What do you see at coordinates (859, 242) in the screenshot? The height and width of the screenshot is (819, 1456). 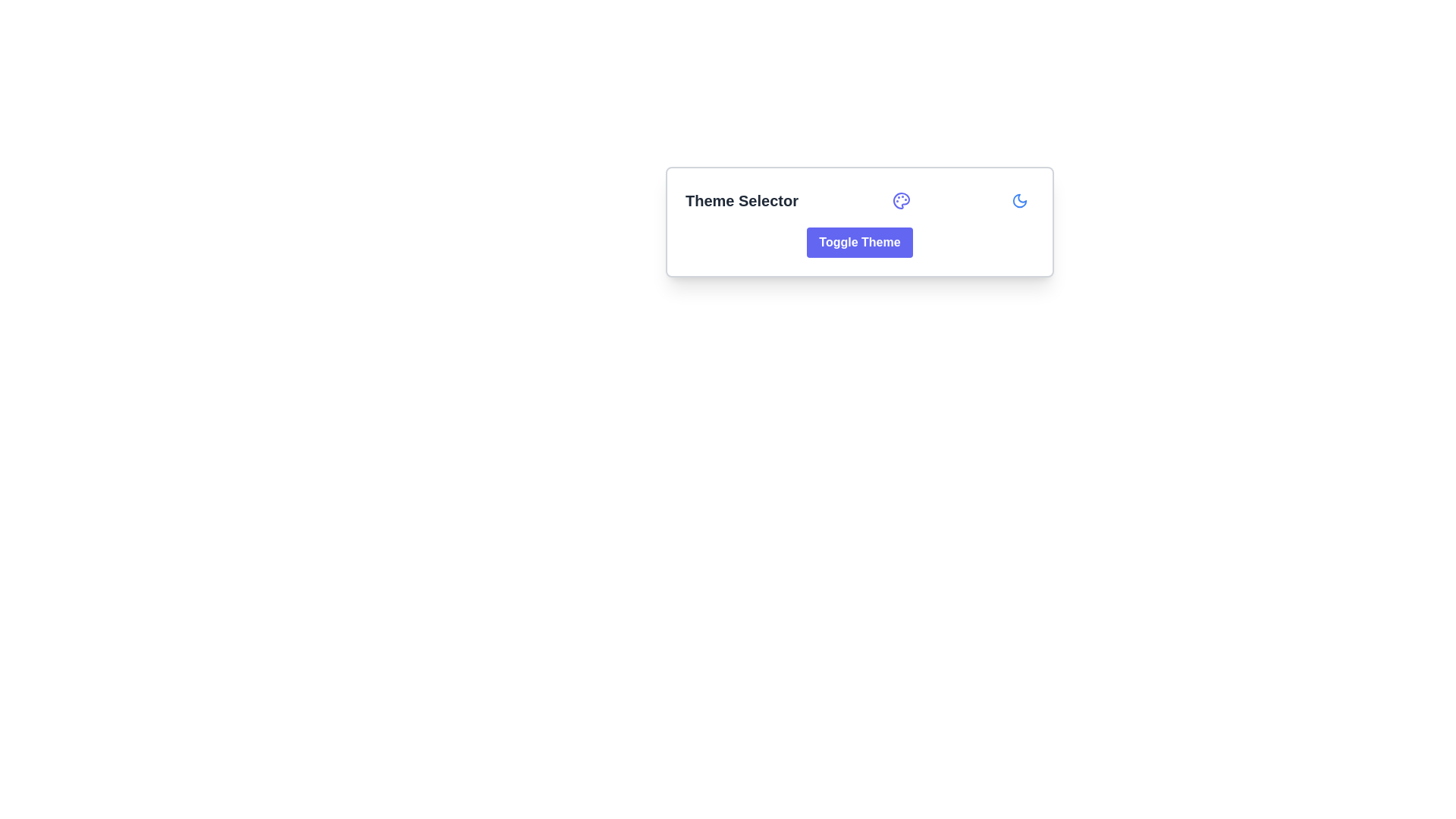 I see `the Theme Selector button that toggles the application's visual theme, located centrally beneath the title text and icon elements` at bounding box center [859, 242].